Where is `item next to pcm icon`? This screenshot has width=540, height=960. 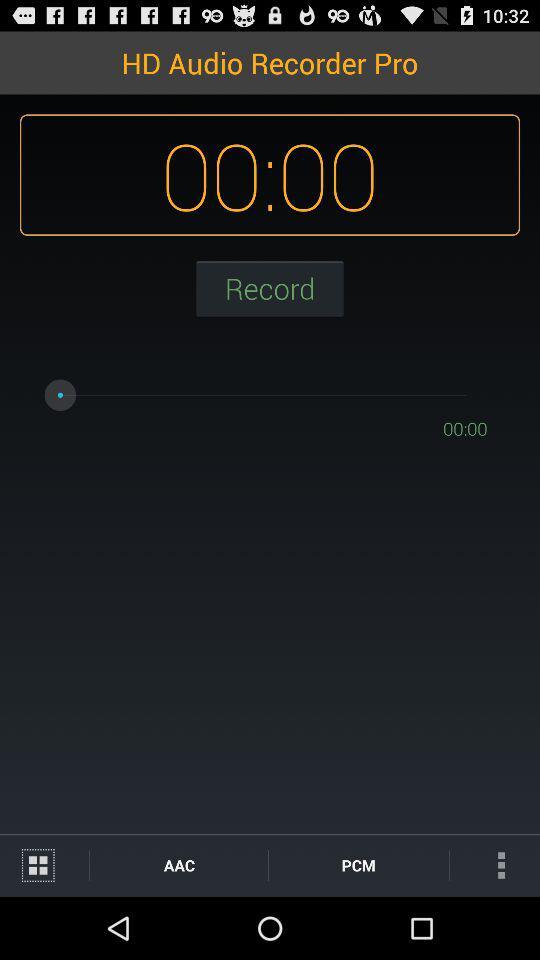 item next to pcm icon is located at coordinates (179, 864).